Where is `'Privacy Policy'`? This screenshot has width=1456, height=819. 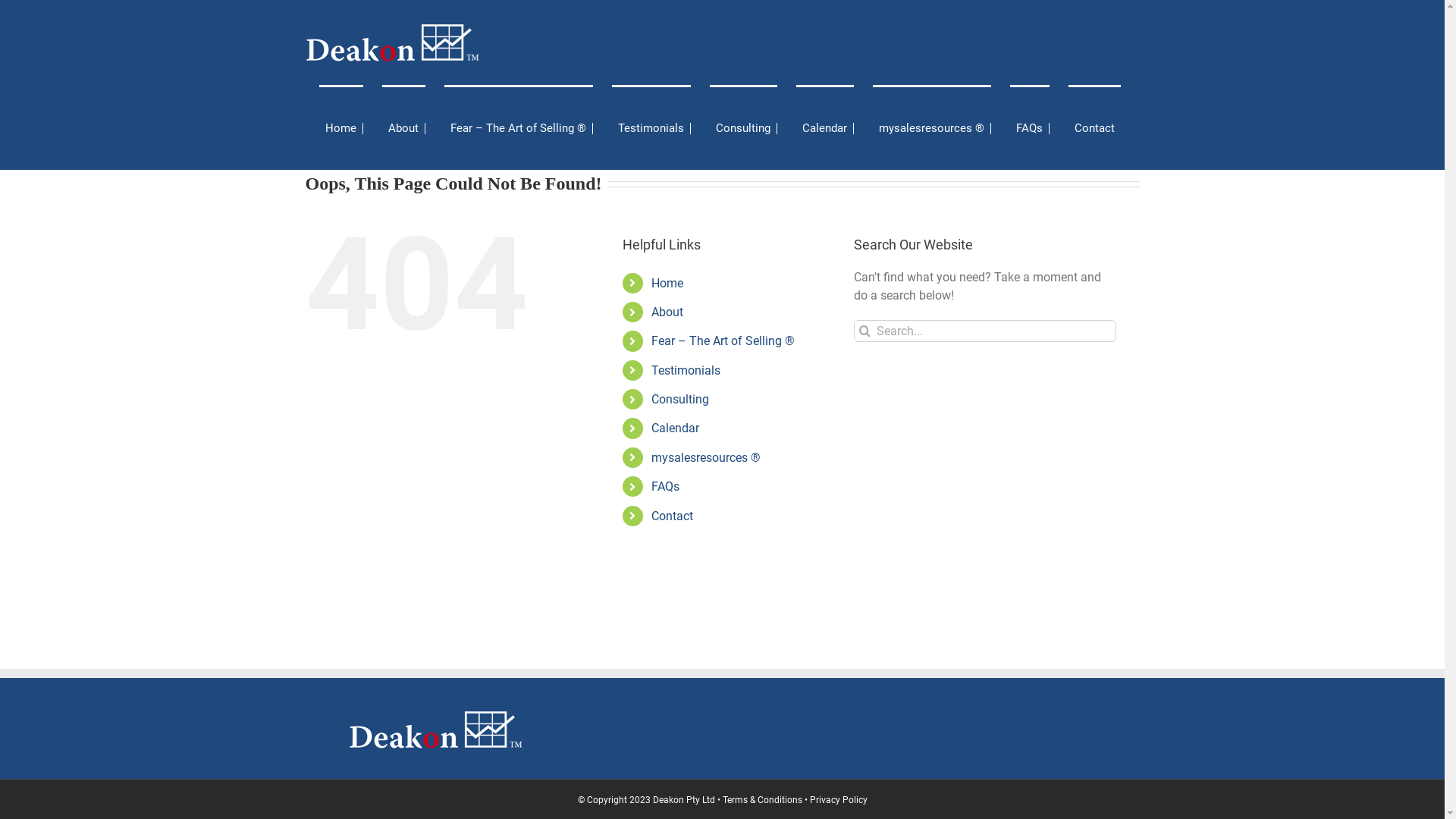 'Privacy Policy' is located at coordinates (837, 799).